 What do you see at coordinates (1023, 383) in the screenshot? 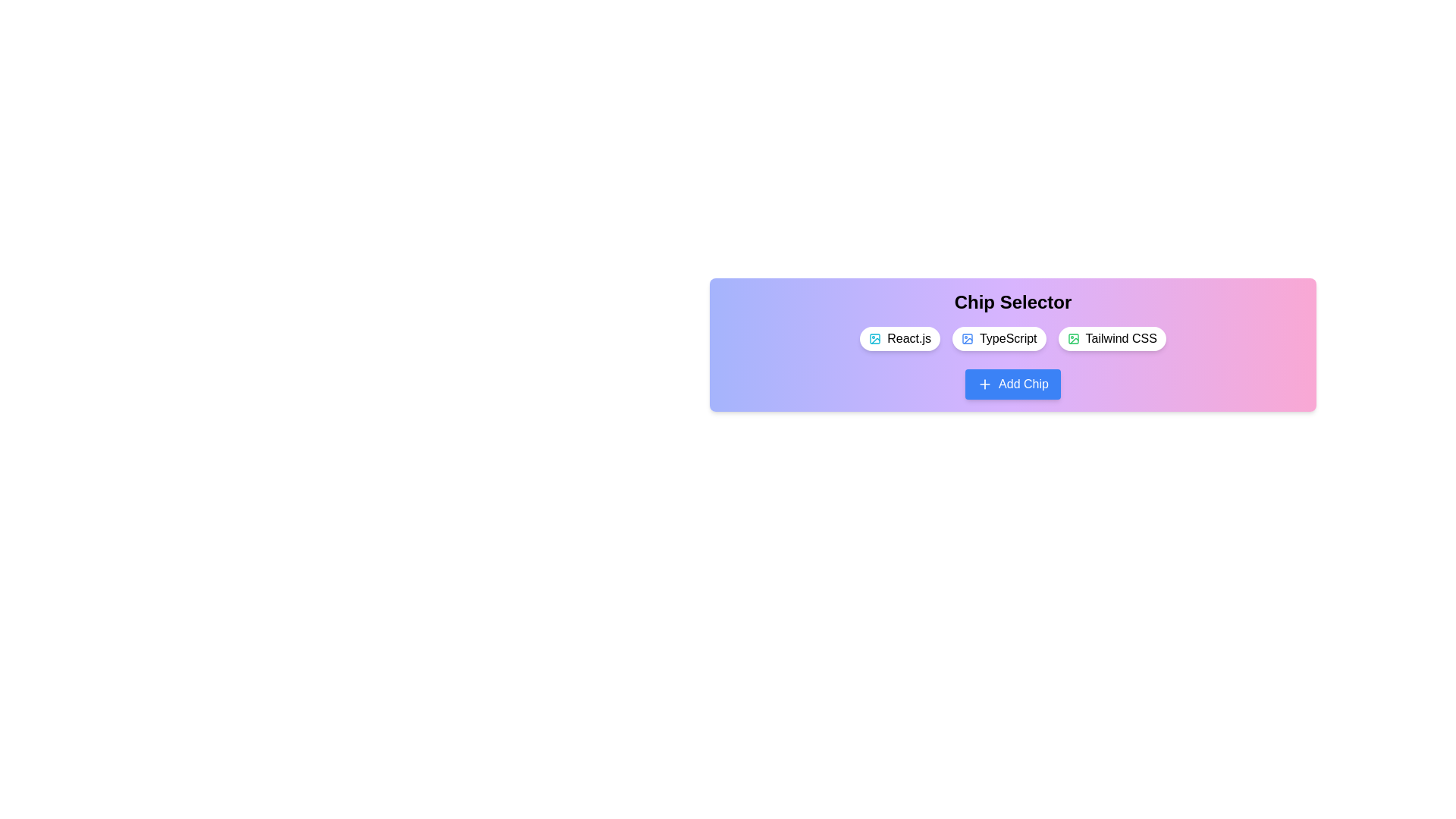
I see `the 'Add Chip' text label within the button located near the bottom center of the gradient panel` at bounding box center [1023, 383].